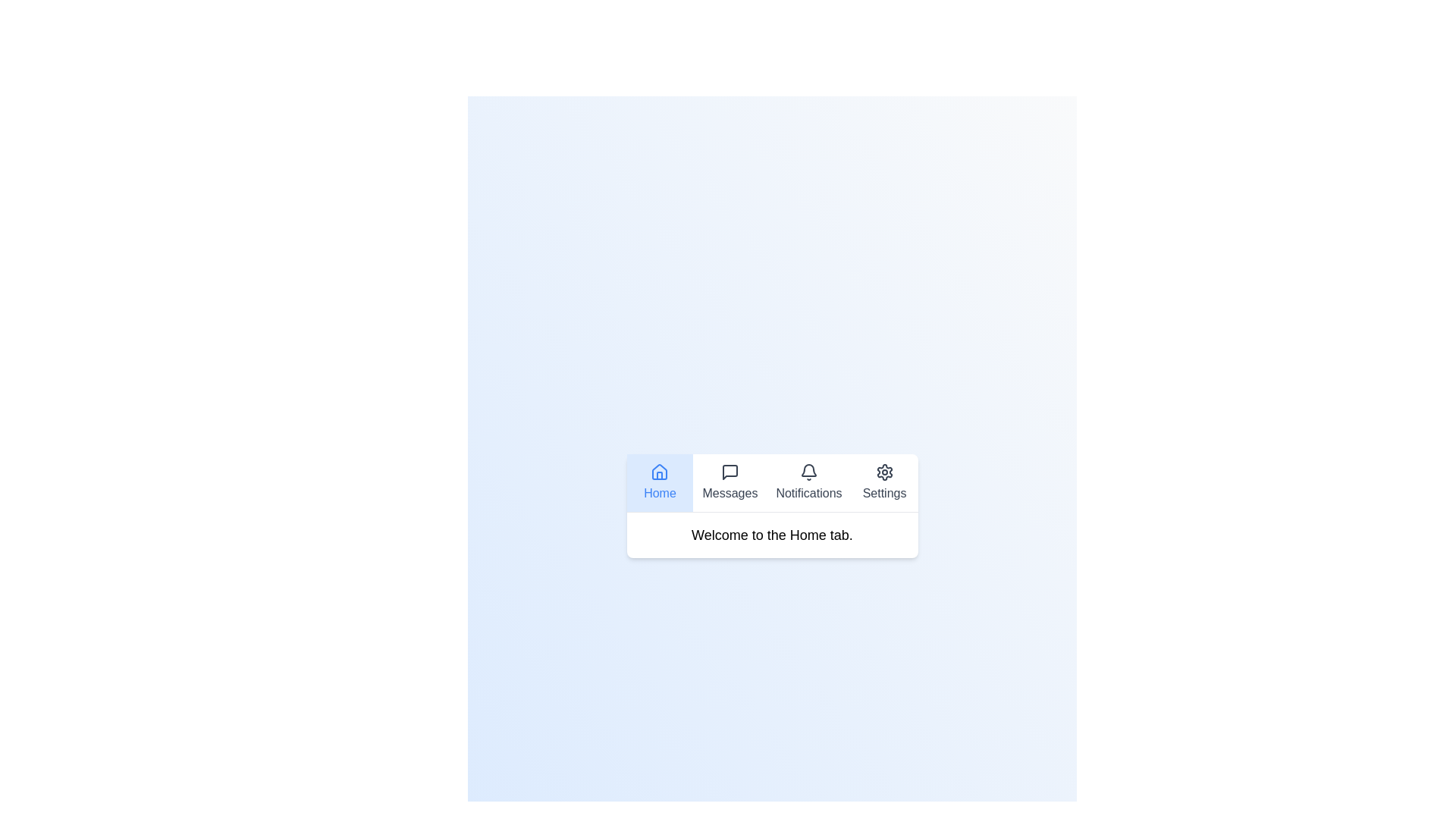 The height and width of the screenshot is (819, 1456). What do you see at coordinates (808, 471) in the screenshot?
I see `the bell icon in the navigation bar, located at the top-center of the 'Notifications' subcontainer` at bounding box center [808, 471].